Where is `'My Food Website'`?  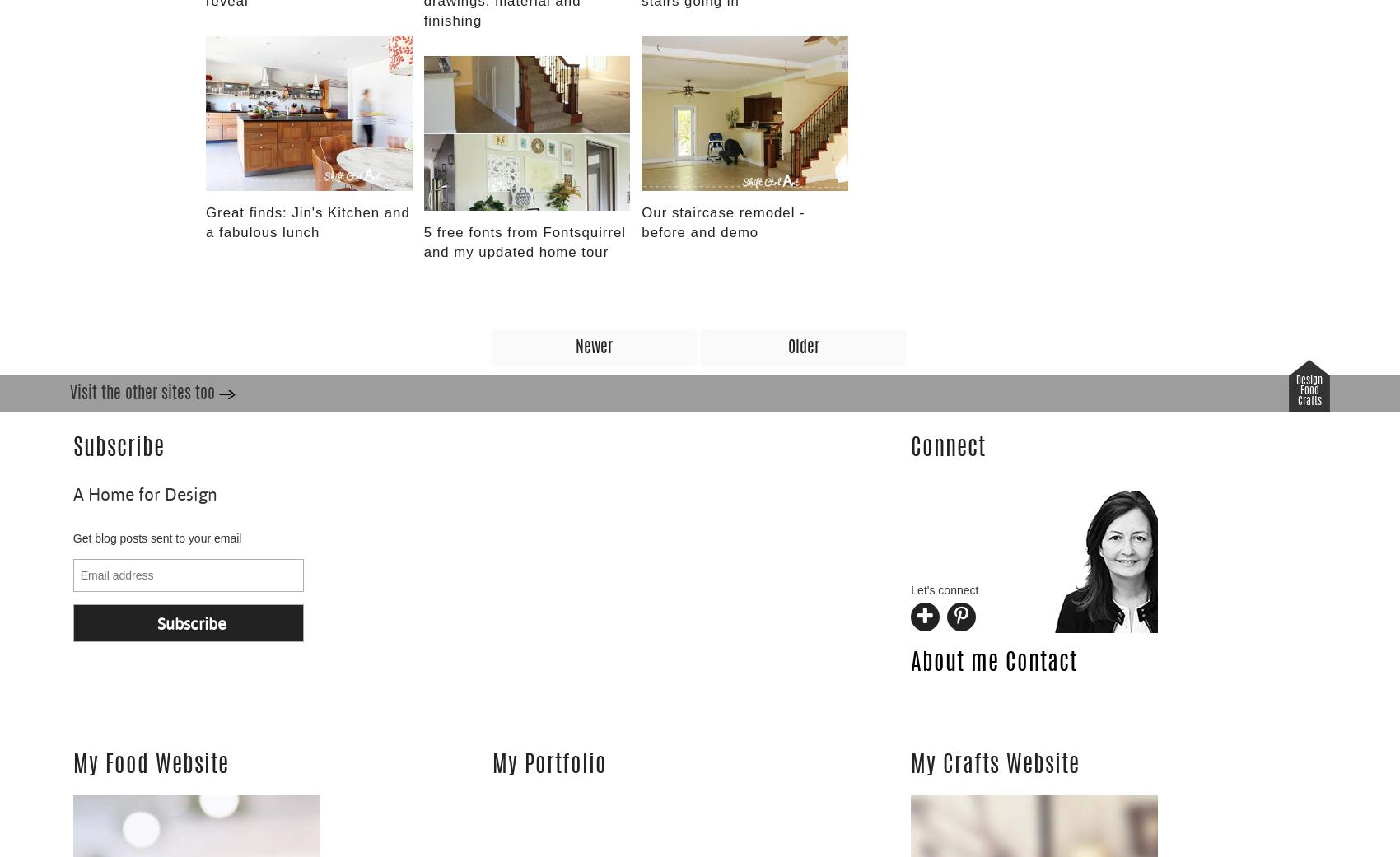 'My Food Website' is located at coordinates (72, 765).